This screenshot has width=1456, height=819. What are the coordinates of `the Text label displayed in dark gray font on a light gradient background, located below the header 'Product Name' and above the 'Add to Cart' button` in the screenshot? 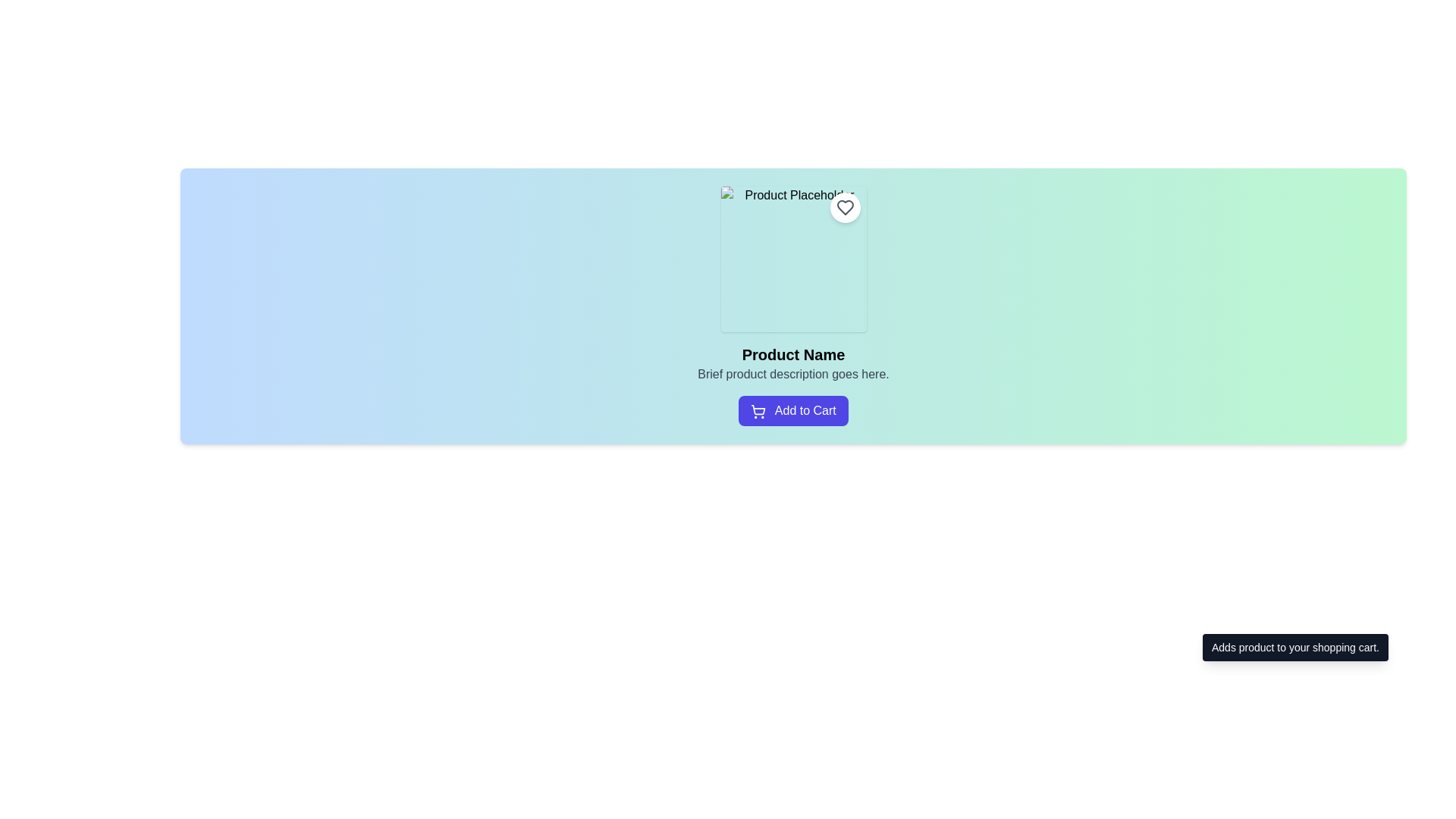 It's located at (792, 374).